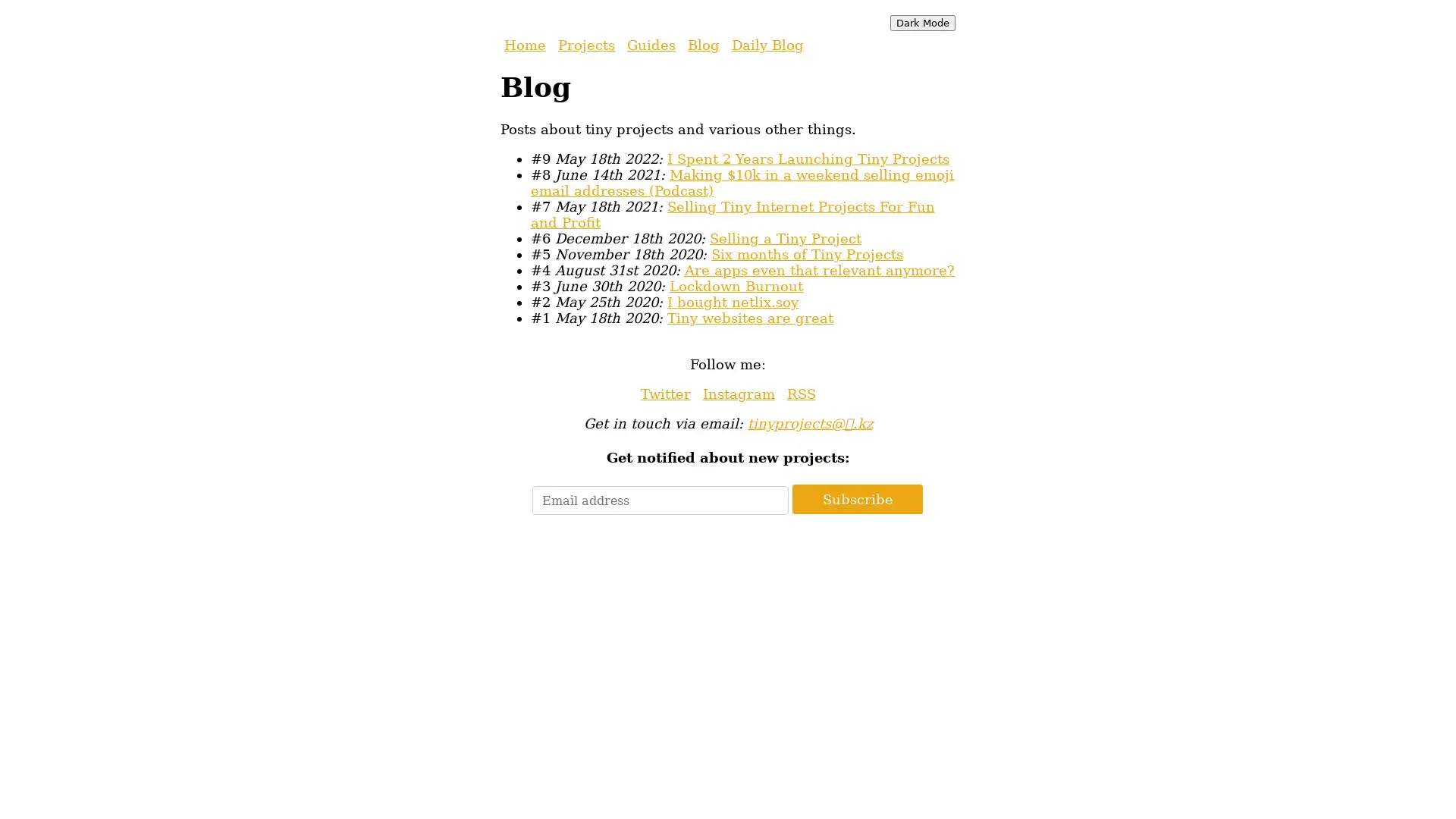  What do you see at coordinates (858, 499) in the screenshot?
I see `Subscribe` at bounding box center [858, 499].